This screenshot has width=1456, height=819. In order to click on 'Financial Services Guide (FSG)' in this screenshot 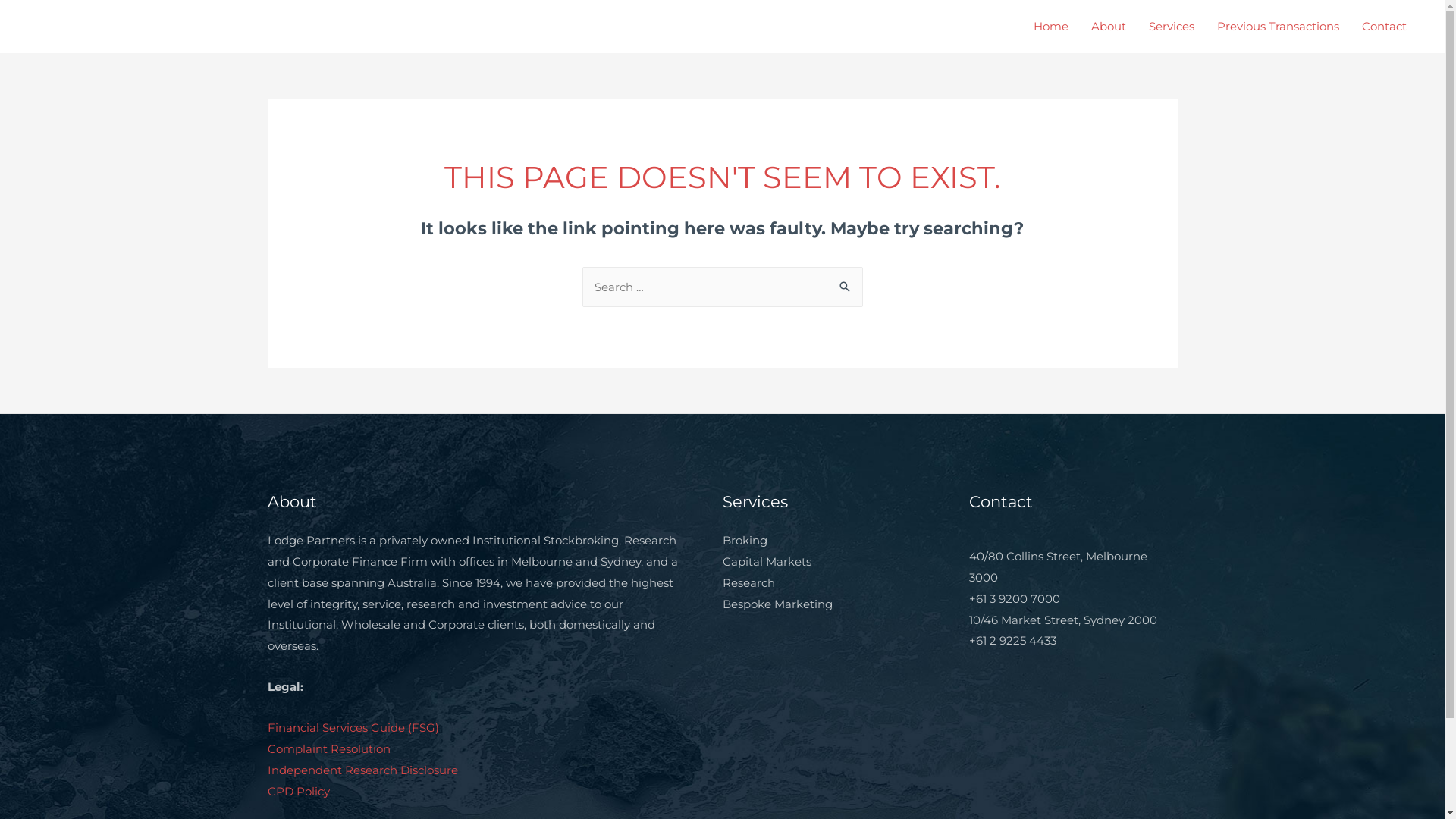, I will do `click(352, 726)`.